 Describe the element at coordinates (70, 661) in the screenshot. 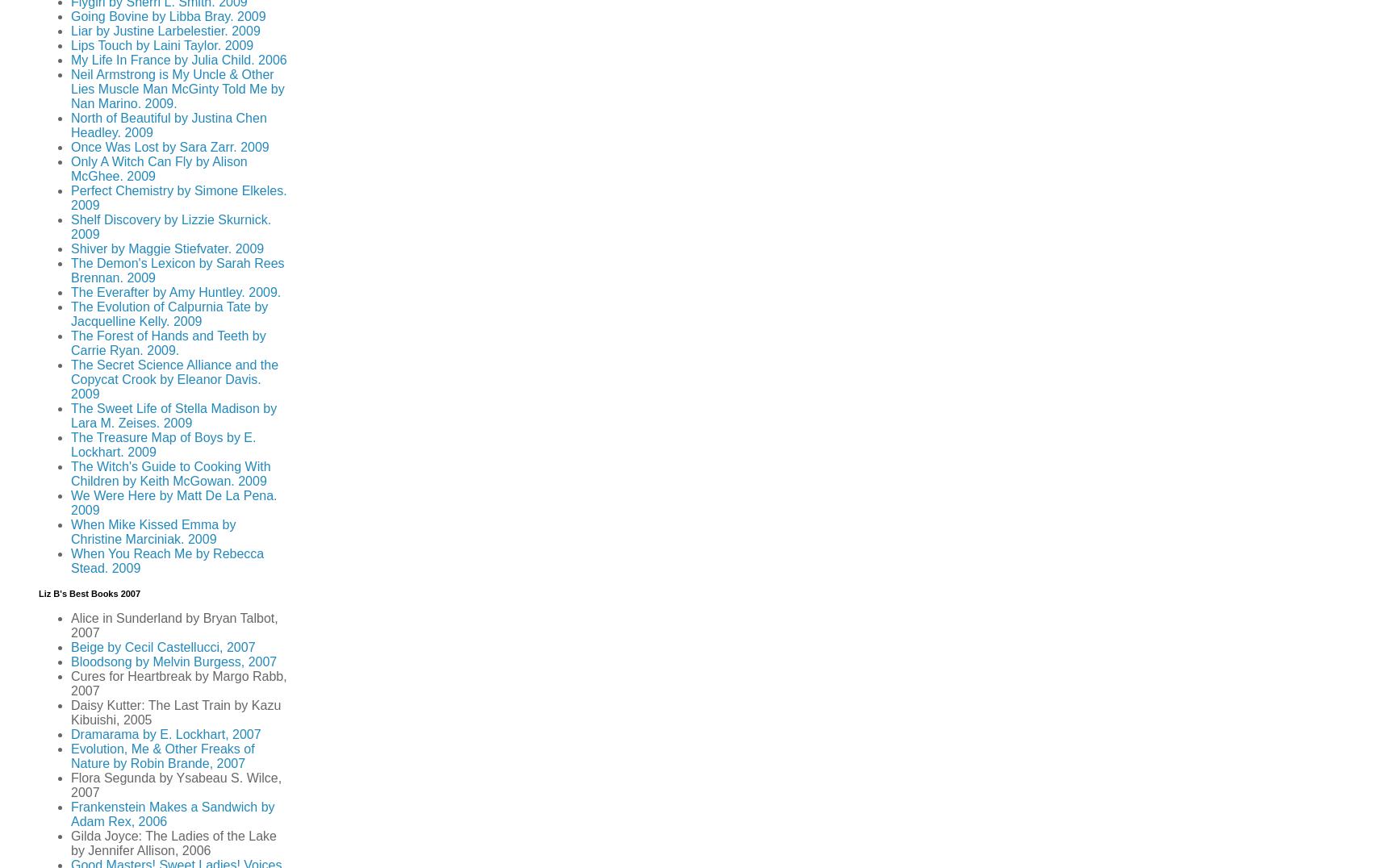

I see `'Bloodsong by Melvin Burgess, 2007'` at that location.